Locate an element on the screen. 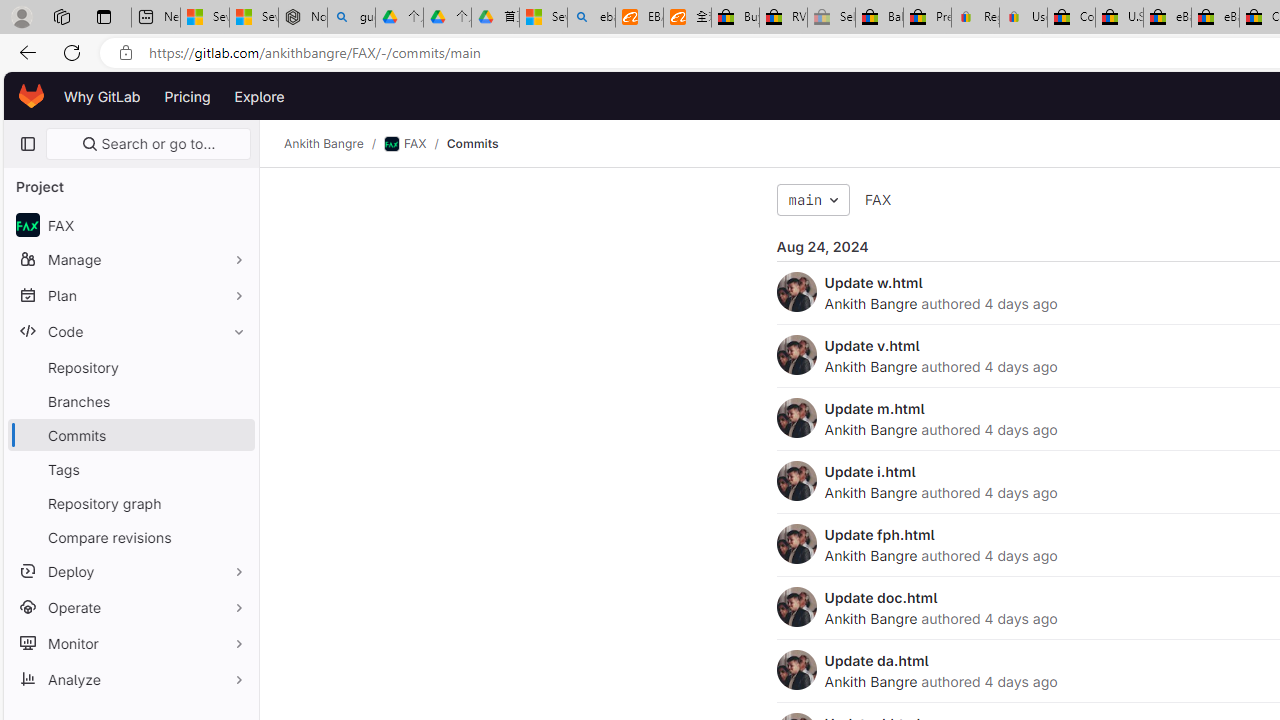 The width and height of the screenshot is (1280, 720). 'Update v.html' is located at coordinates (872, 344).